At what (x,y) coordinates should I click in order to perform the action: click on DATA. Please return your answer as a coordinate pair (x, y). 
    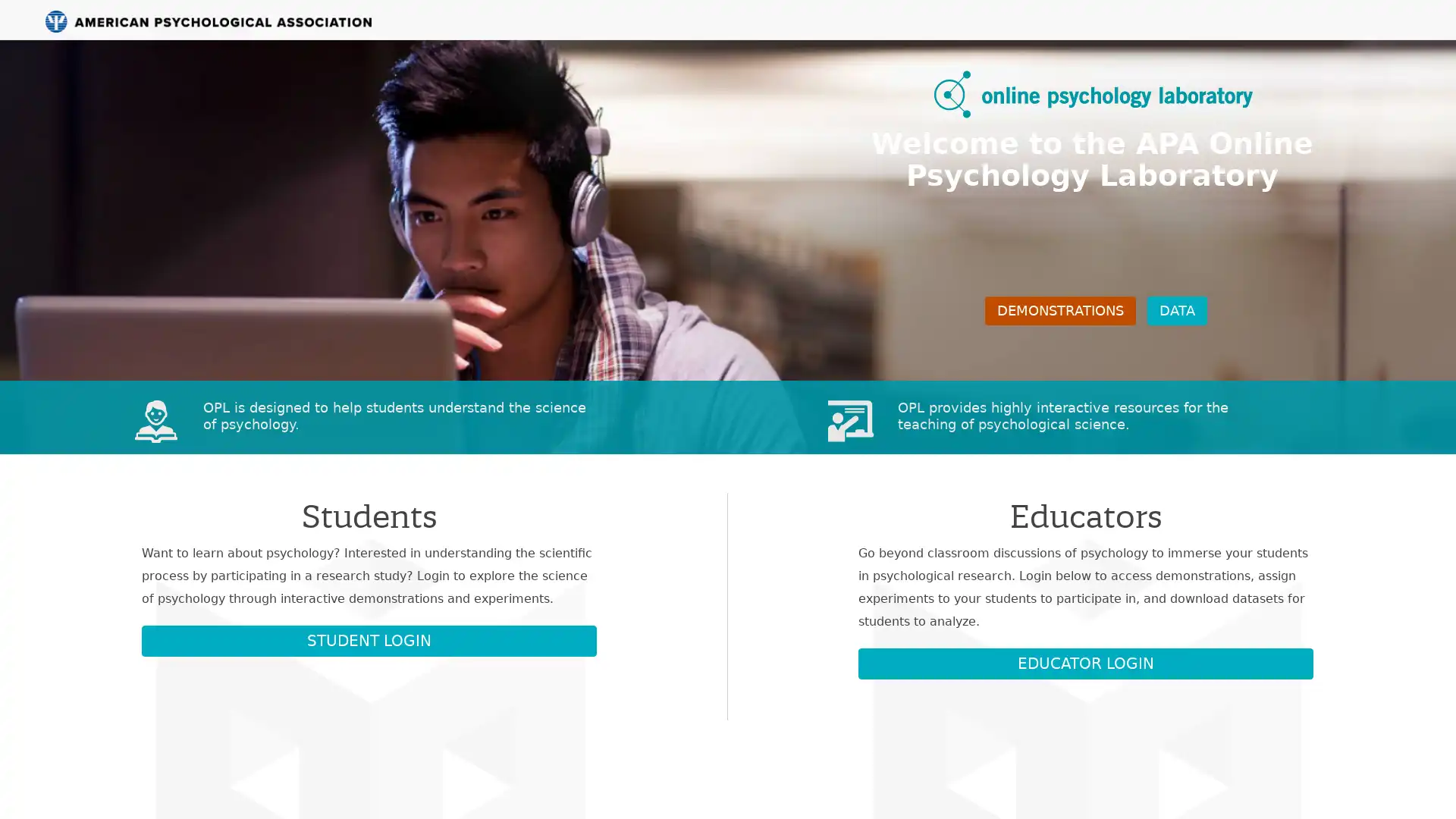
    Looking at the image, I should click on (1175, 309).